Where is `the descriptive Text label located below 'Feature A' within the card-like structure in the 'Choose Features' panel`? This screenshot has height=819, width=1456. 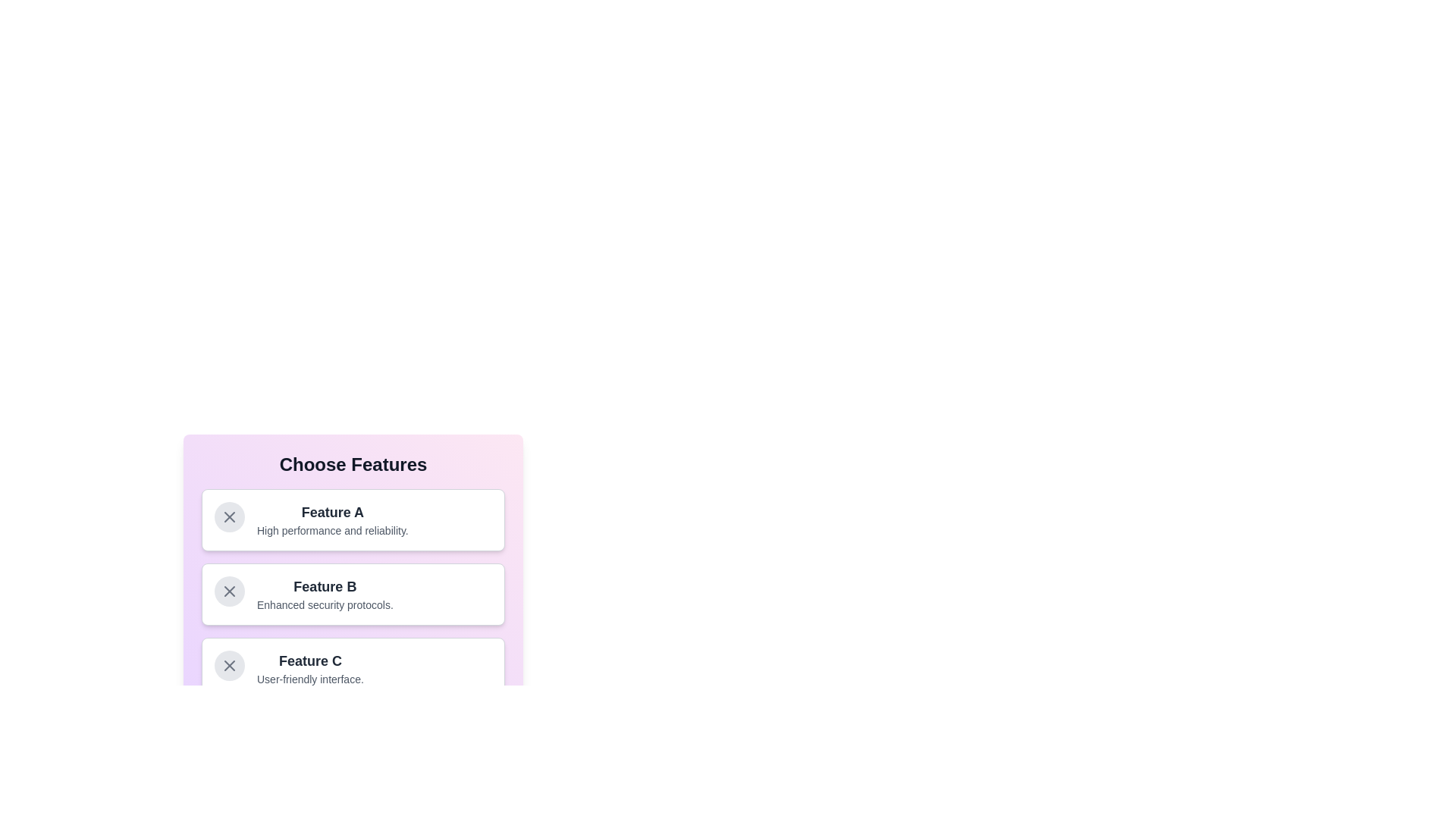 the descriptive Text label located below 'Feature A' within the card-like structure in the 'Choose Features' panel is located at coordinates (331, 529).